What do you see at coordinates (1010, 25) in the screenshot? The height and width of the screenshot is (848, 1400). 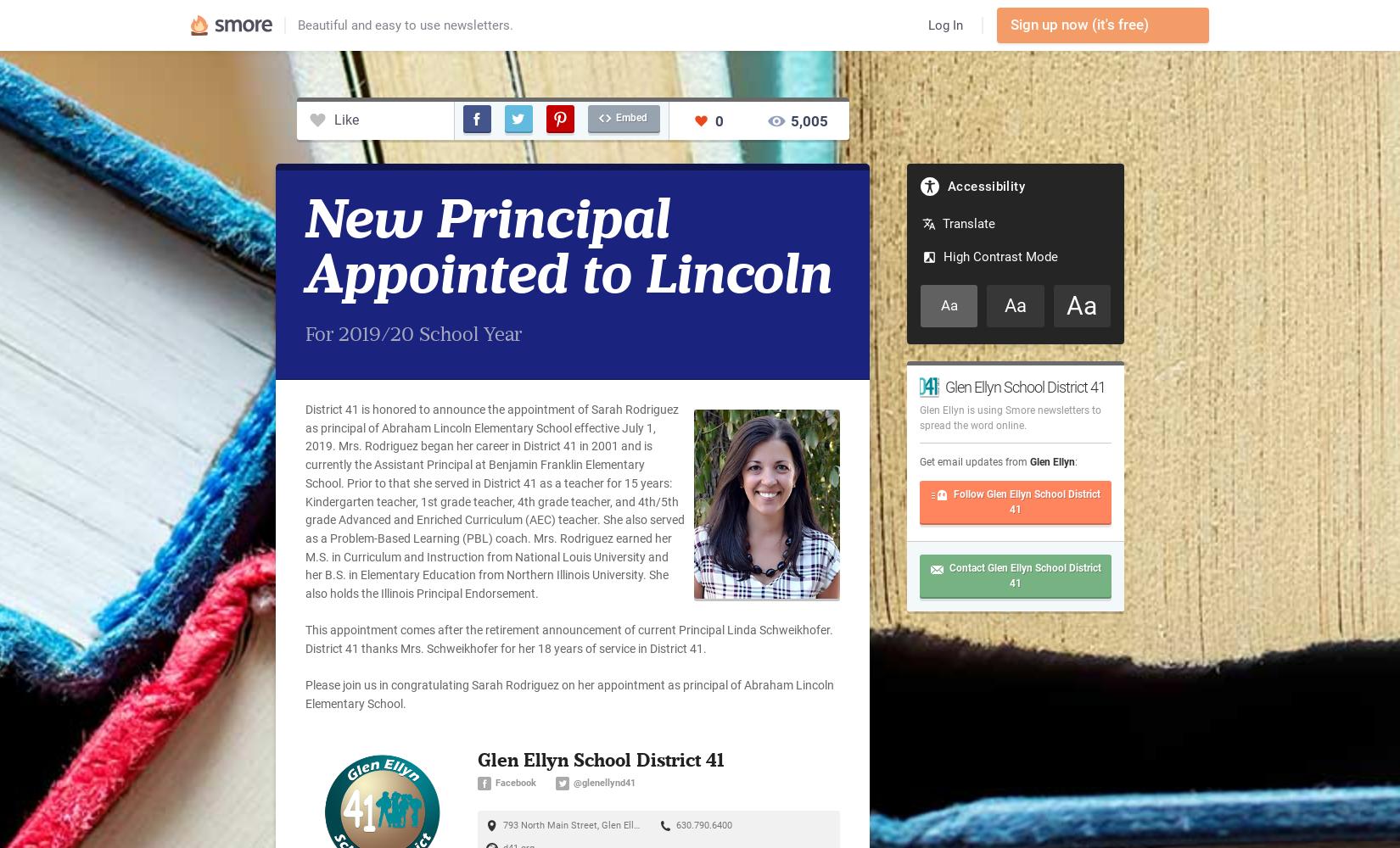 I see `'Sign up now (it's free)'` at bounding box center [1010, 25].